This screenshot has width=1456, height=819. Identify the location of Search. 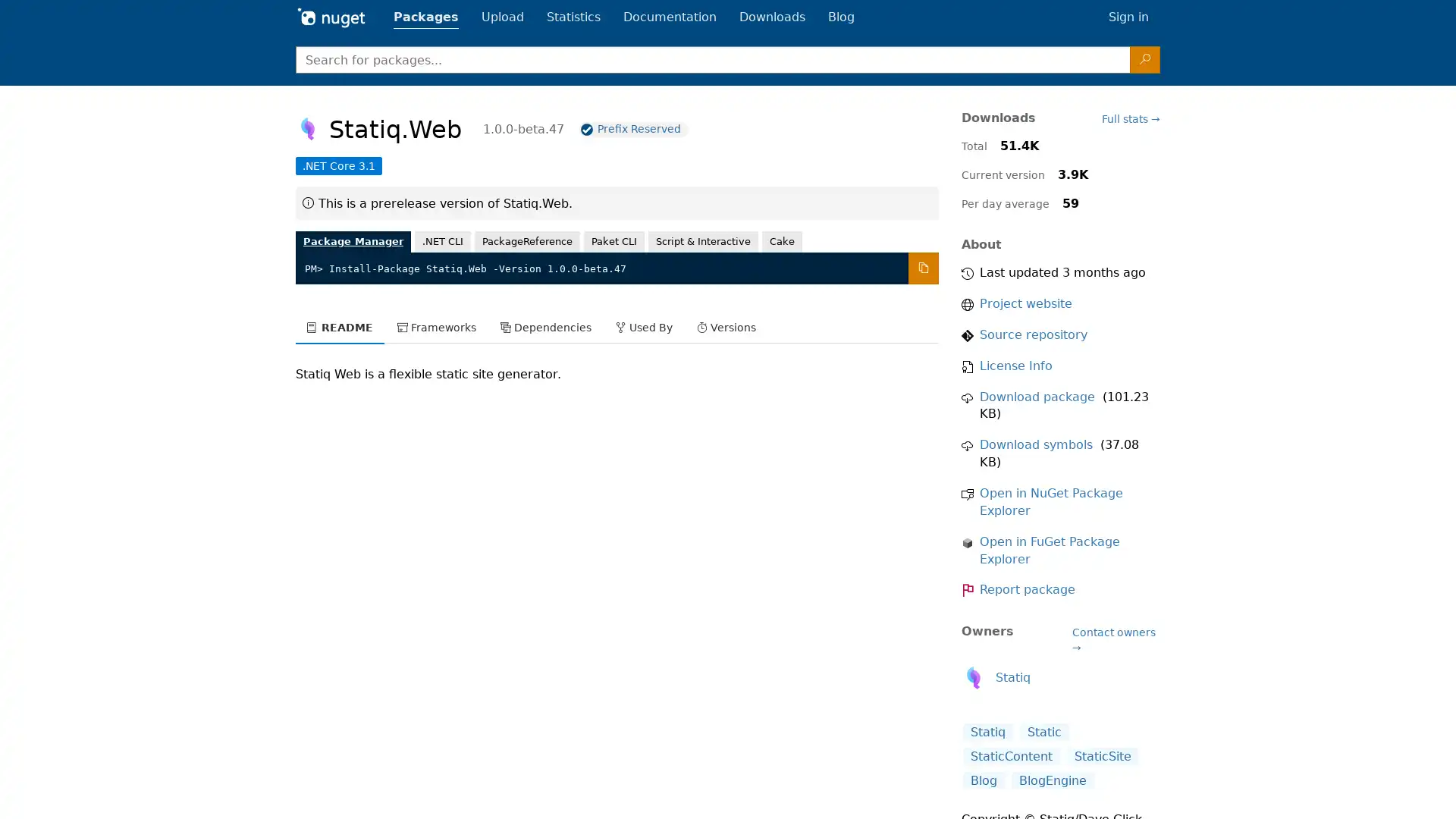
(1145, 58).